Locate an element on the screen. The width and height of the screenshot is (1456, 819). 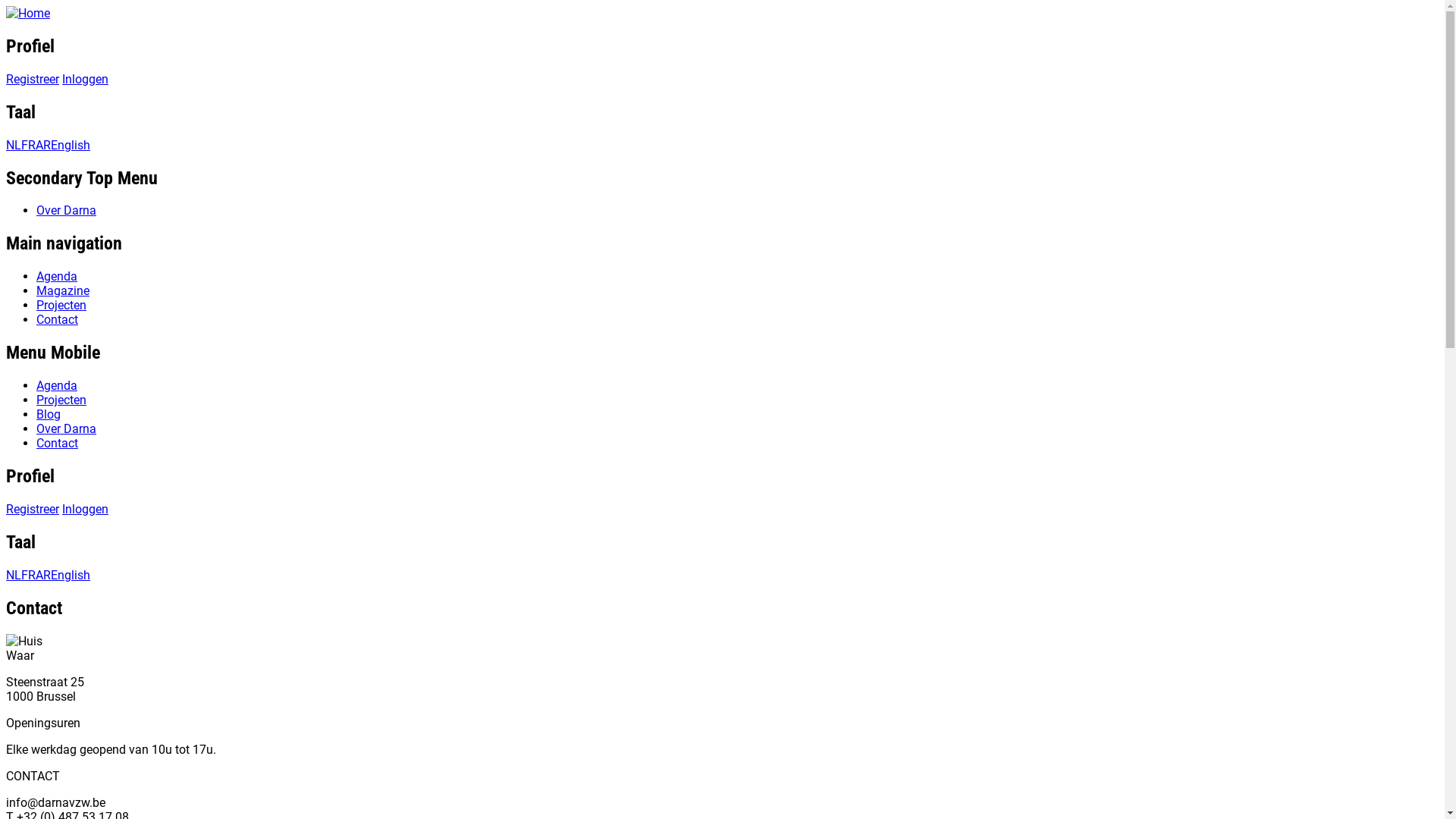
'English' is located at coordinates (69, 145).